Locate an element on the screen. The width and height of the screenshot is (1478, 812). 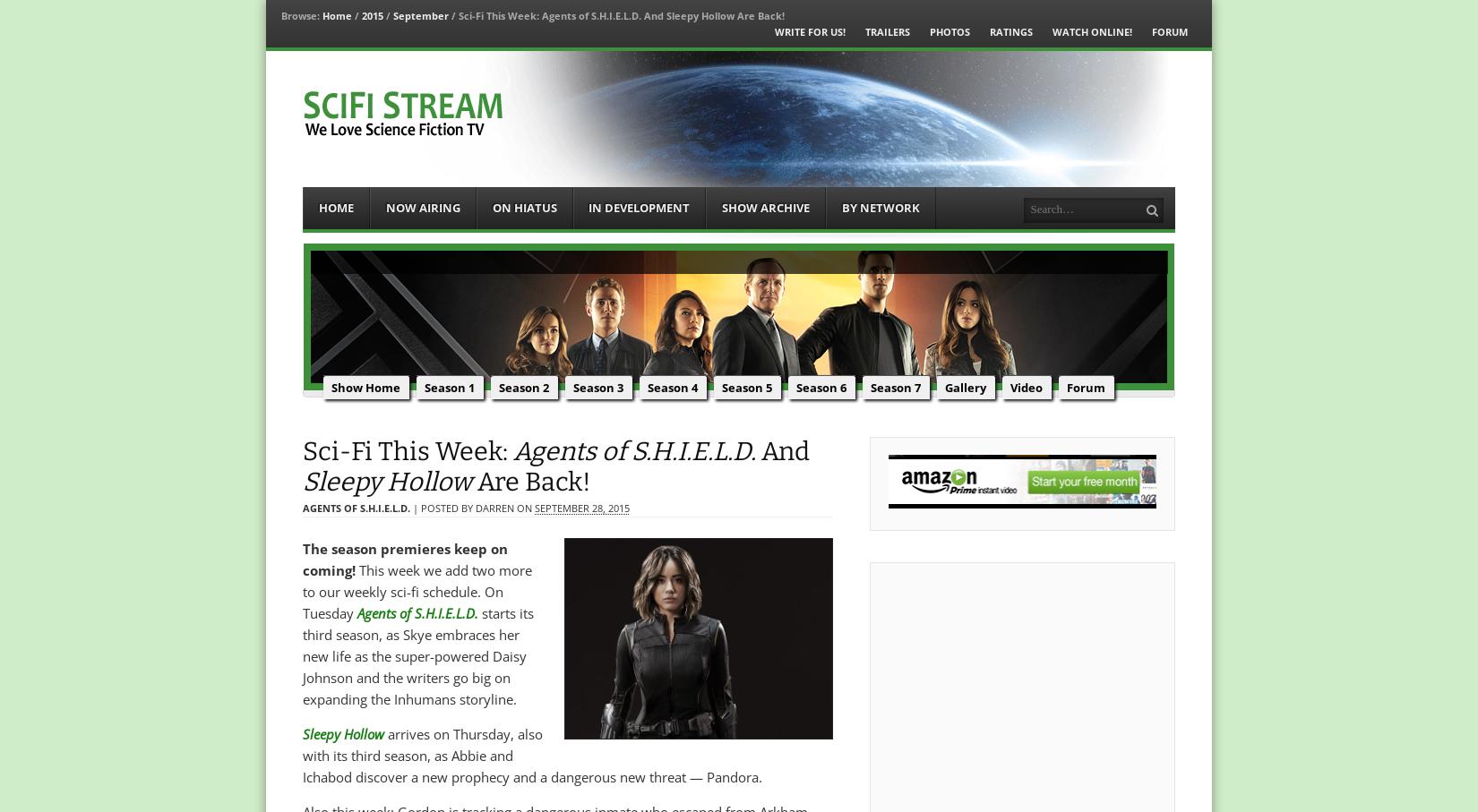
'In Development' is located at coordinates (638, 208).